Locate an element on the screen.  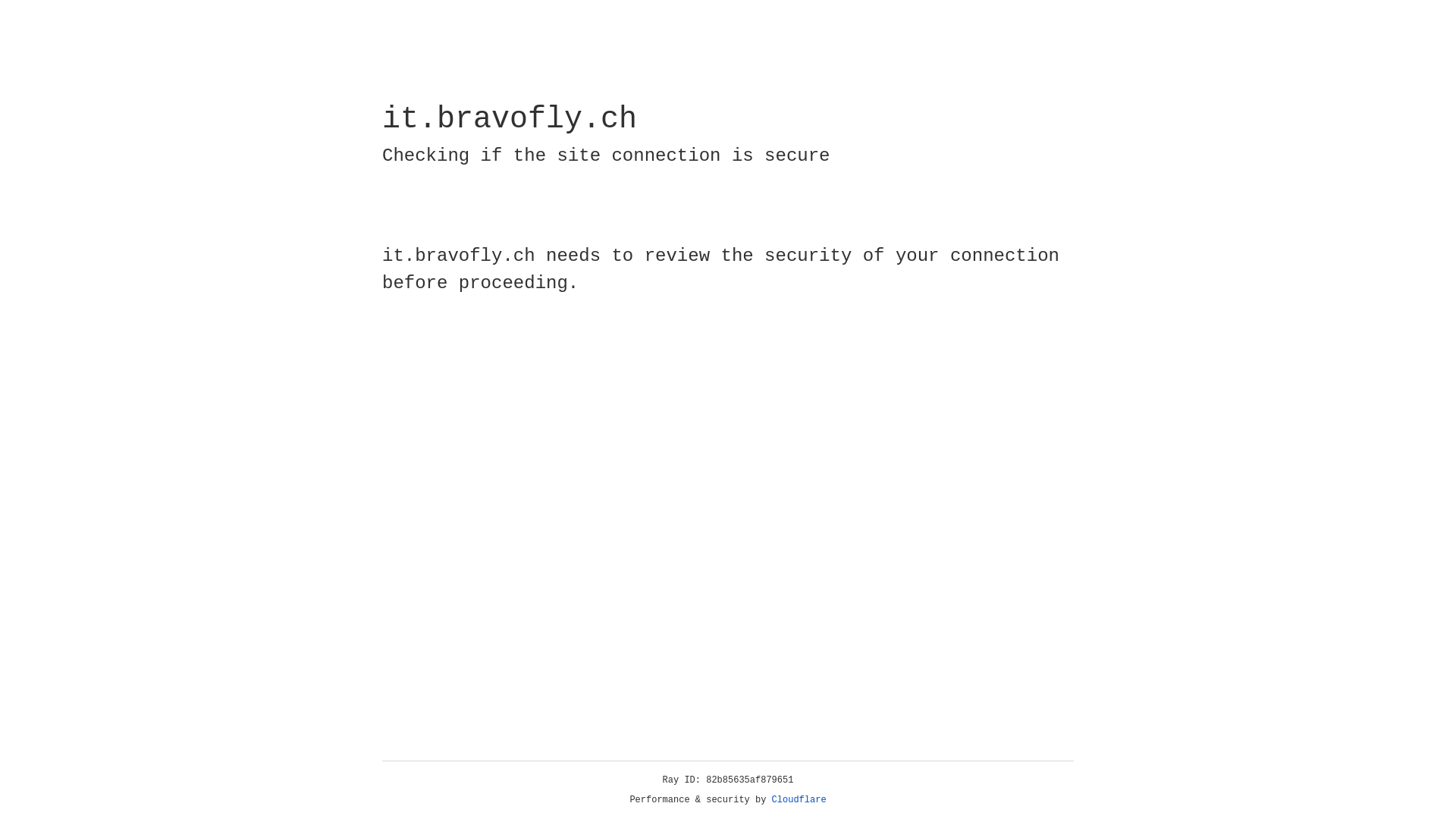
'Cloudflare' is located at coordinates (799, 799).